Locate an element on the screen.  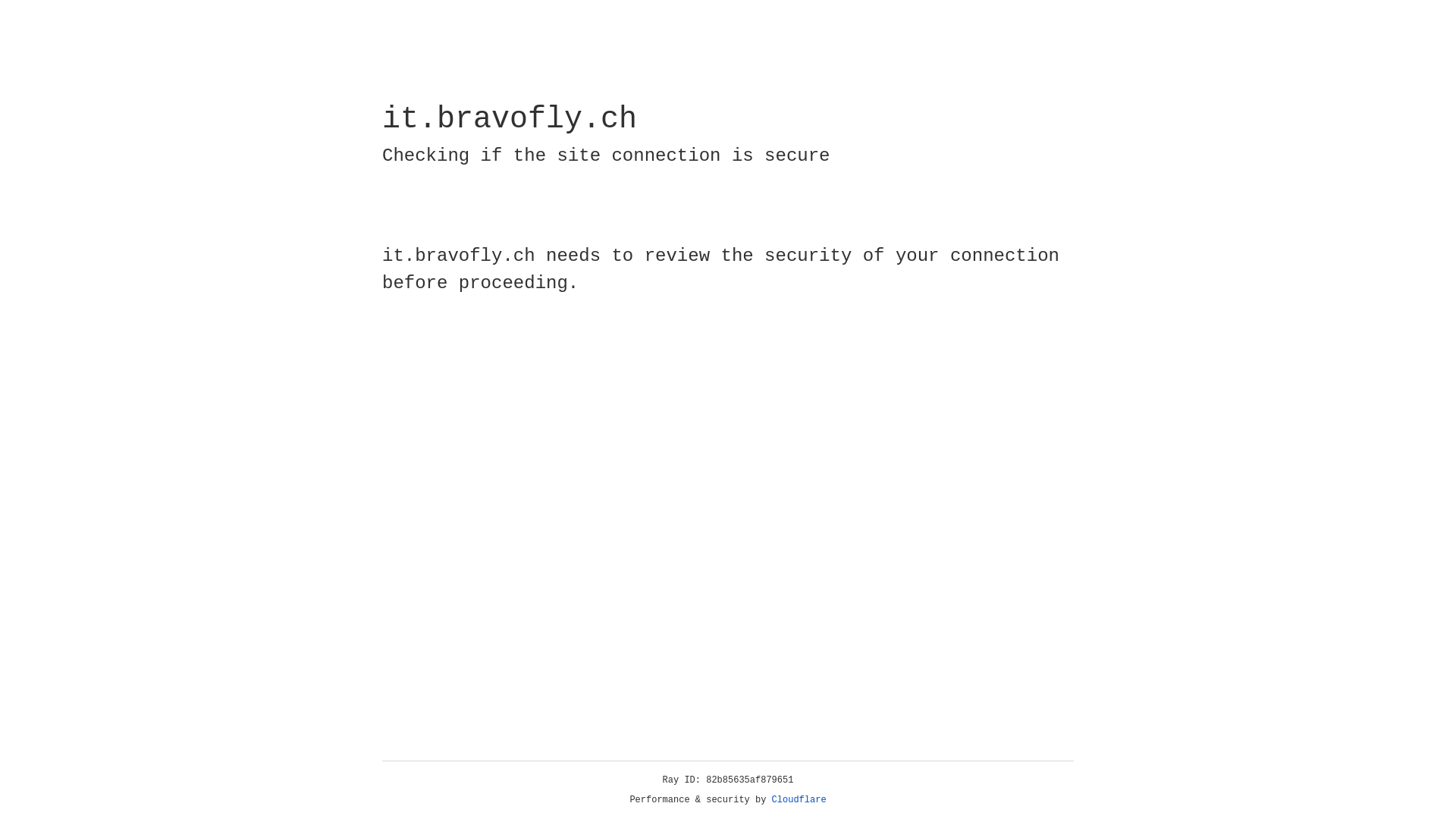
'Cloudflare' is located at coordinates (799, 799).